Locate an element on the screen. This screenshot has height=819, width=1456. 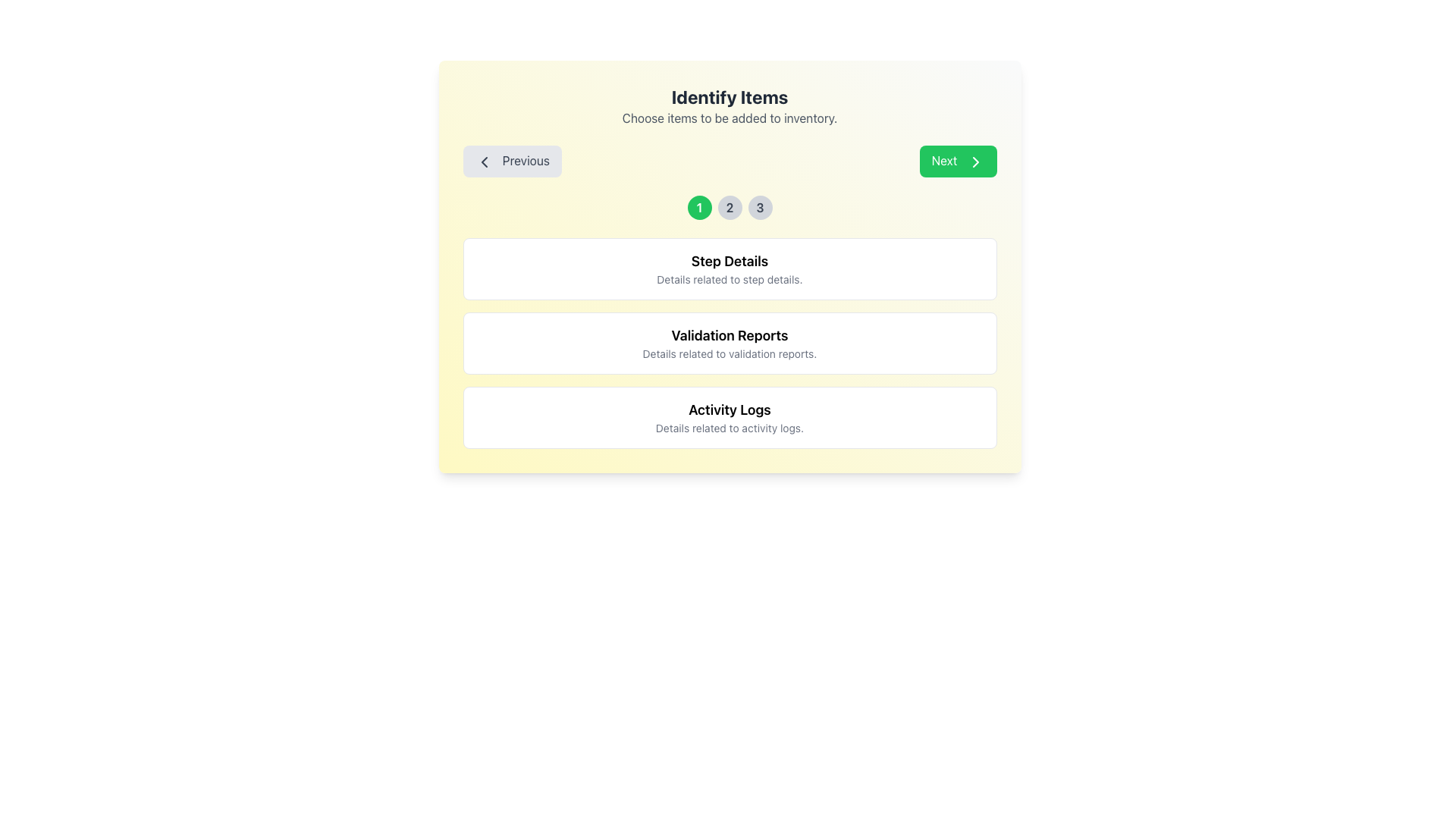
the circular button with a light gray background displaying the number '3' in bold, dark gray font, located at the top area of the interface among three numbered buttons is located at coordinates (760, 207).